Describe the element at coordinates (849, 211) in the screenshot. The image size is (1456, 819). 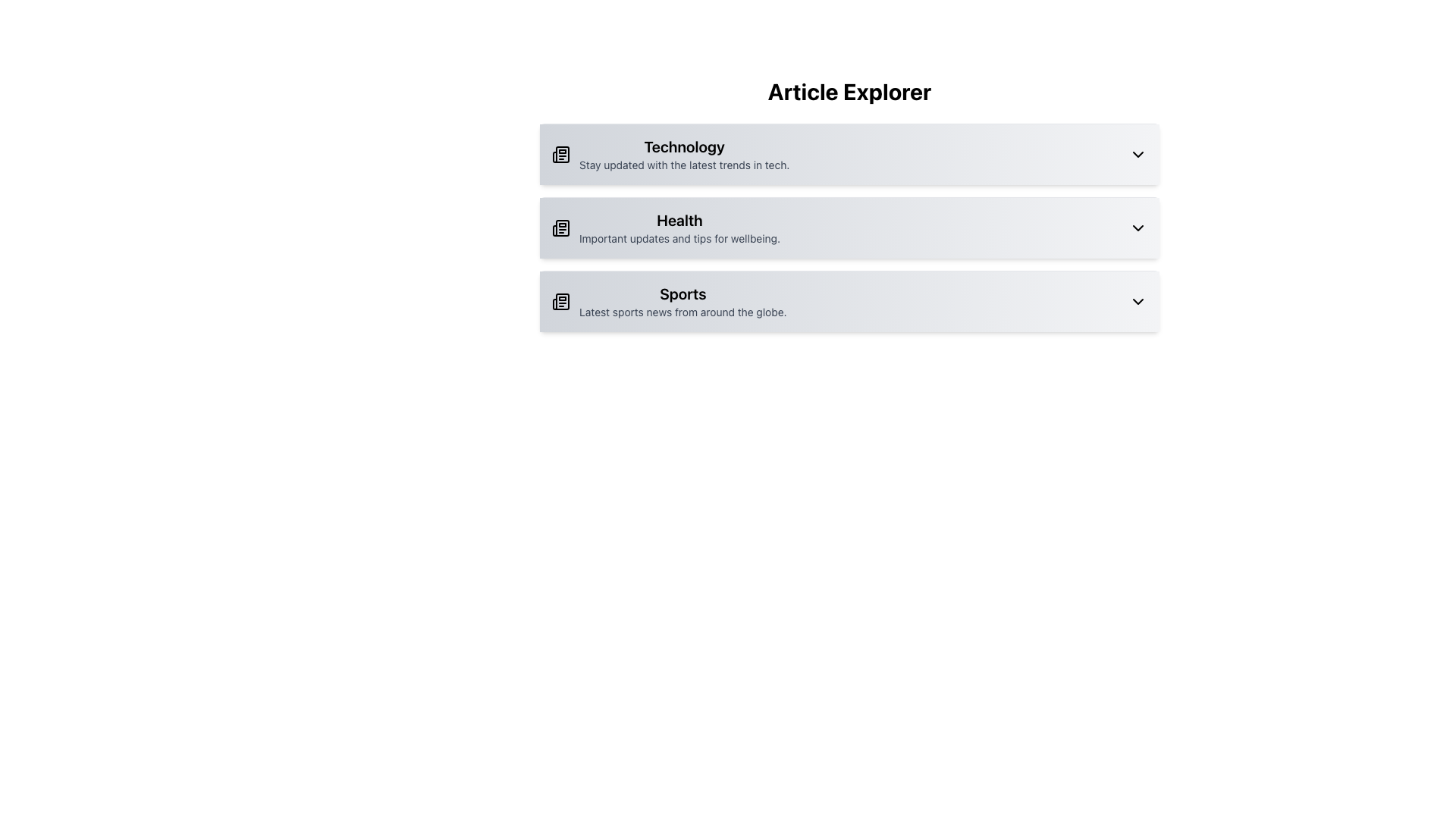
I see `the second entry of the Expandable List Item related to the 'Health' category for accessibility navigation` at that location.